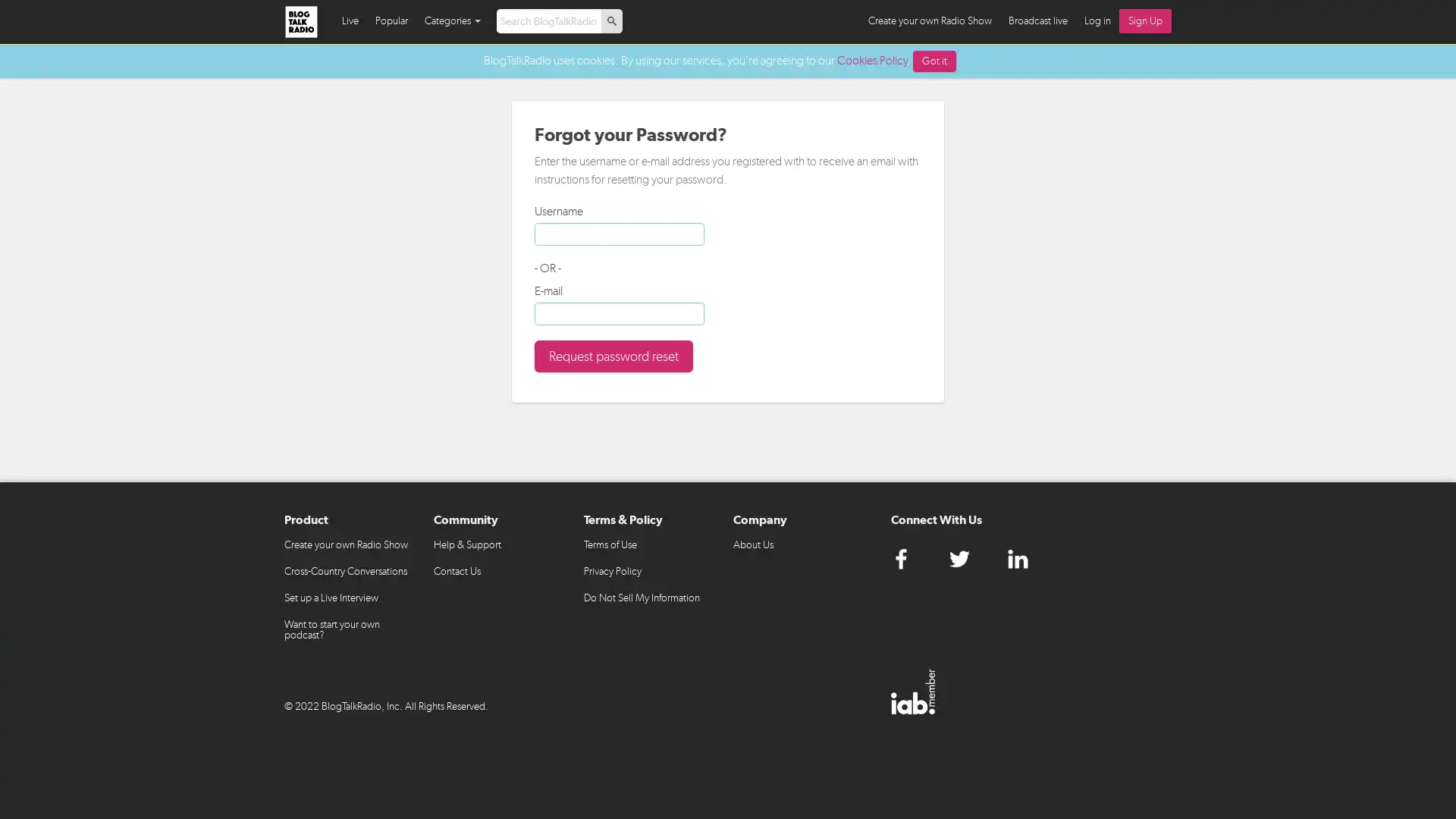 The height and width of the screenshot is (819, 1456). Describe the element at coordinates (611, 20) in the screenshot. I see `p` at that location.